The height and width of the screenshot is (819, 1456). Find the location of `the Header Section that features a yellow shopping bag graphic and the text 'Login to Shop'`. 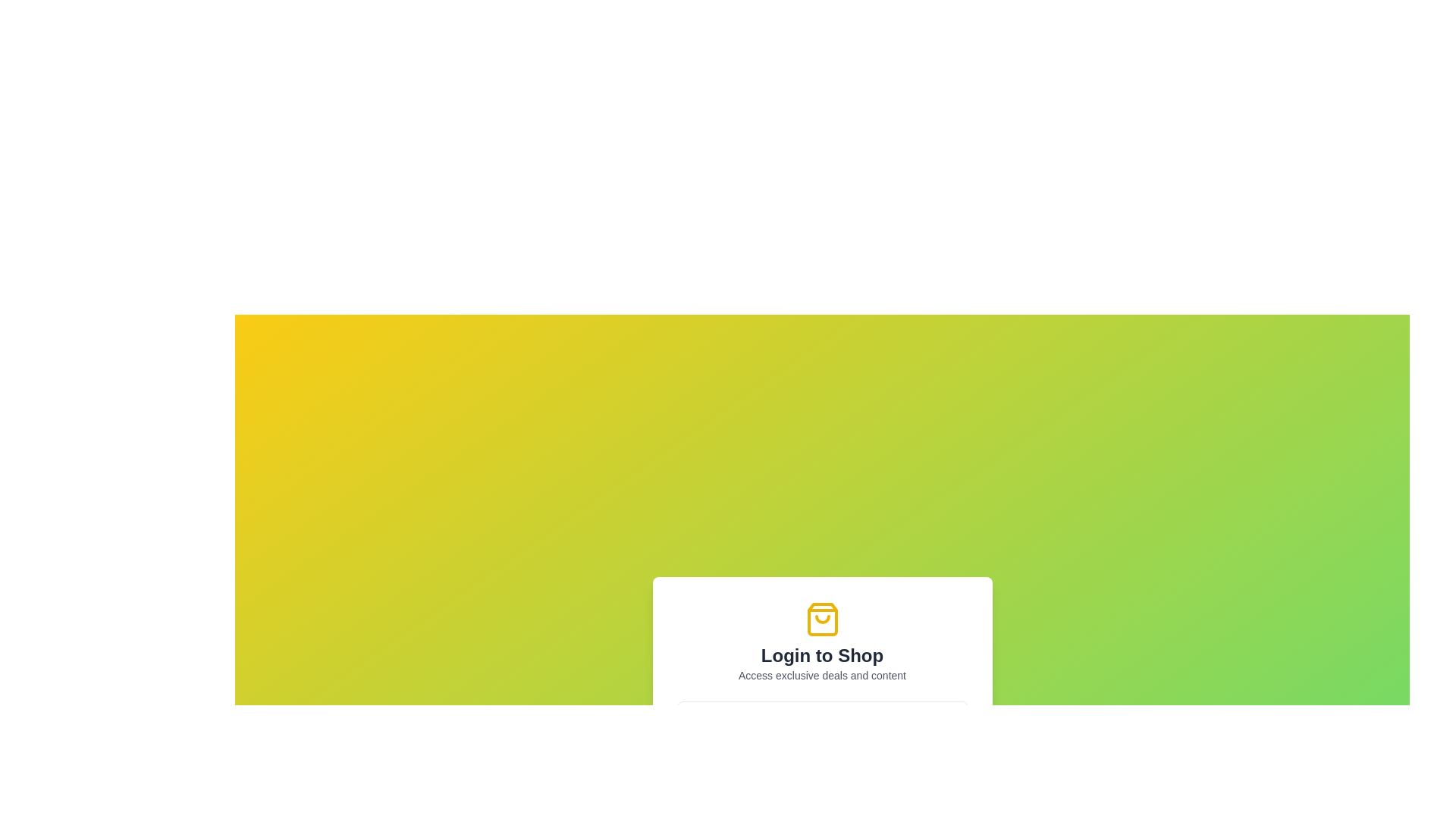

the Header Section that features a yellow shopping bag graphic and the text 'Login to Shop' is located at coordinates (821, 642).